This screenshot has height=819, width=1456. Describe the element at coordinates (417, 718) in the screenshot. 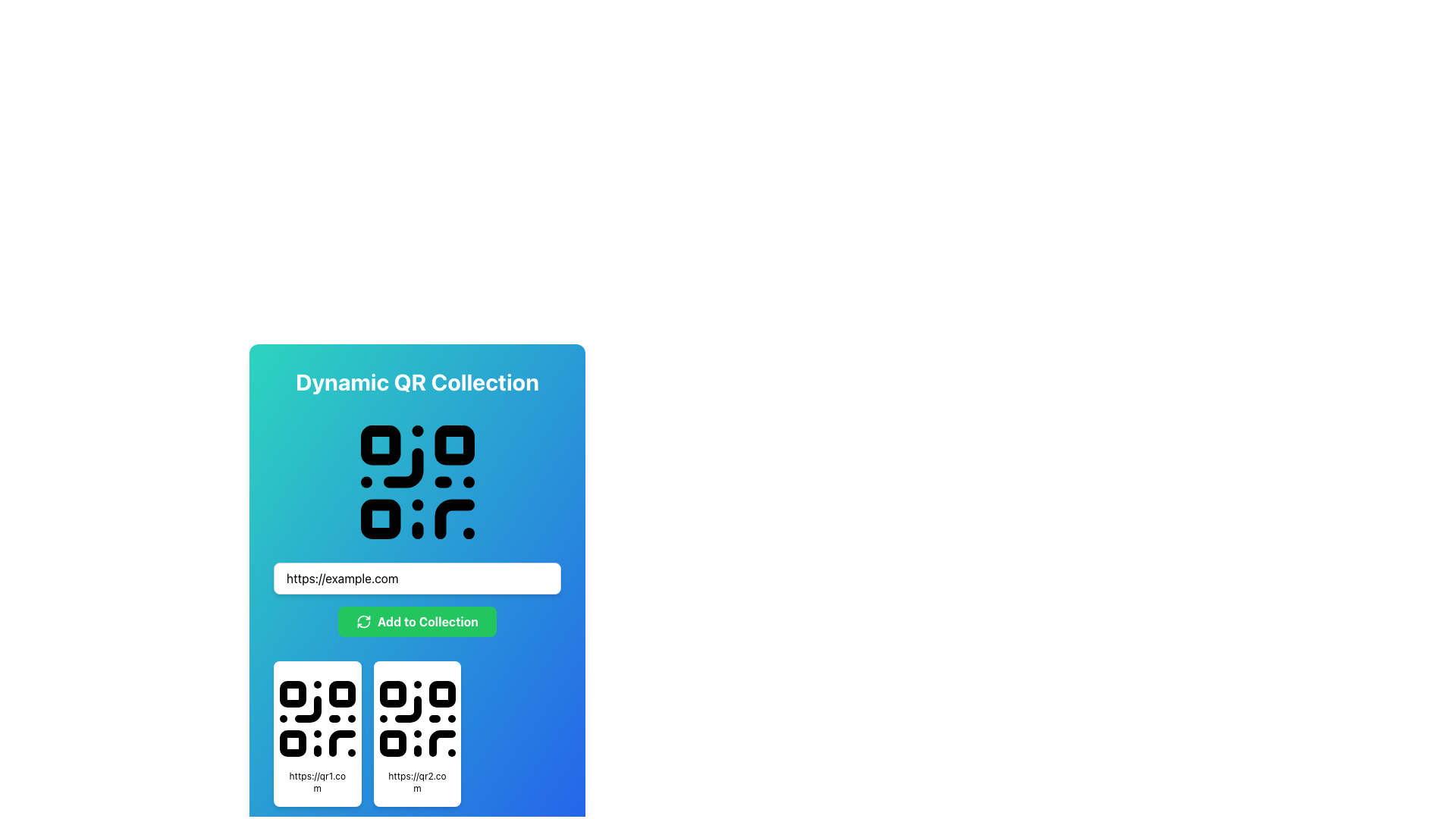

I see `the QR code icon located` at that location.